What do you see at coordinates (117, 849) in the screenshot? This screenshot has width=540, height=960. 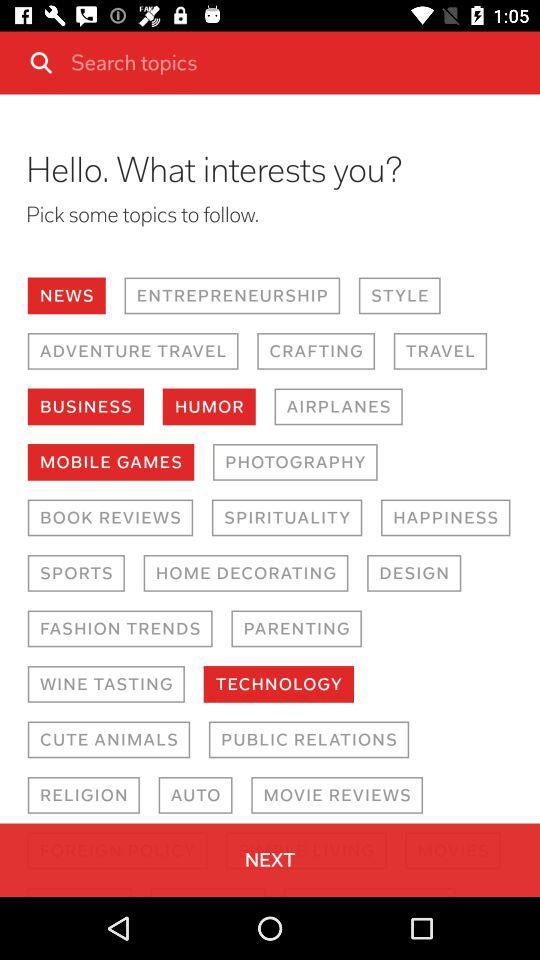 I see `icon above the science icon` at bounding box center [117, 849].